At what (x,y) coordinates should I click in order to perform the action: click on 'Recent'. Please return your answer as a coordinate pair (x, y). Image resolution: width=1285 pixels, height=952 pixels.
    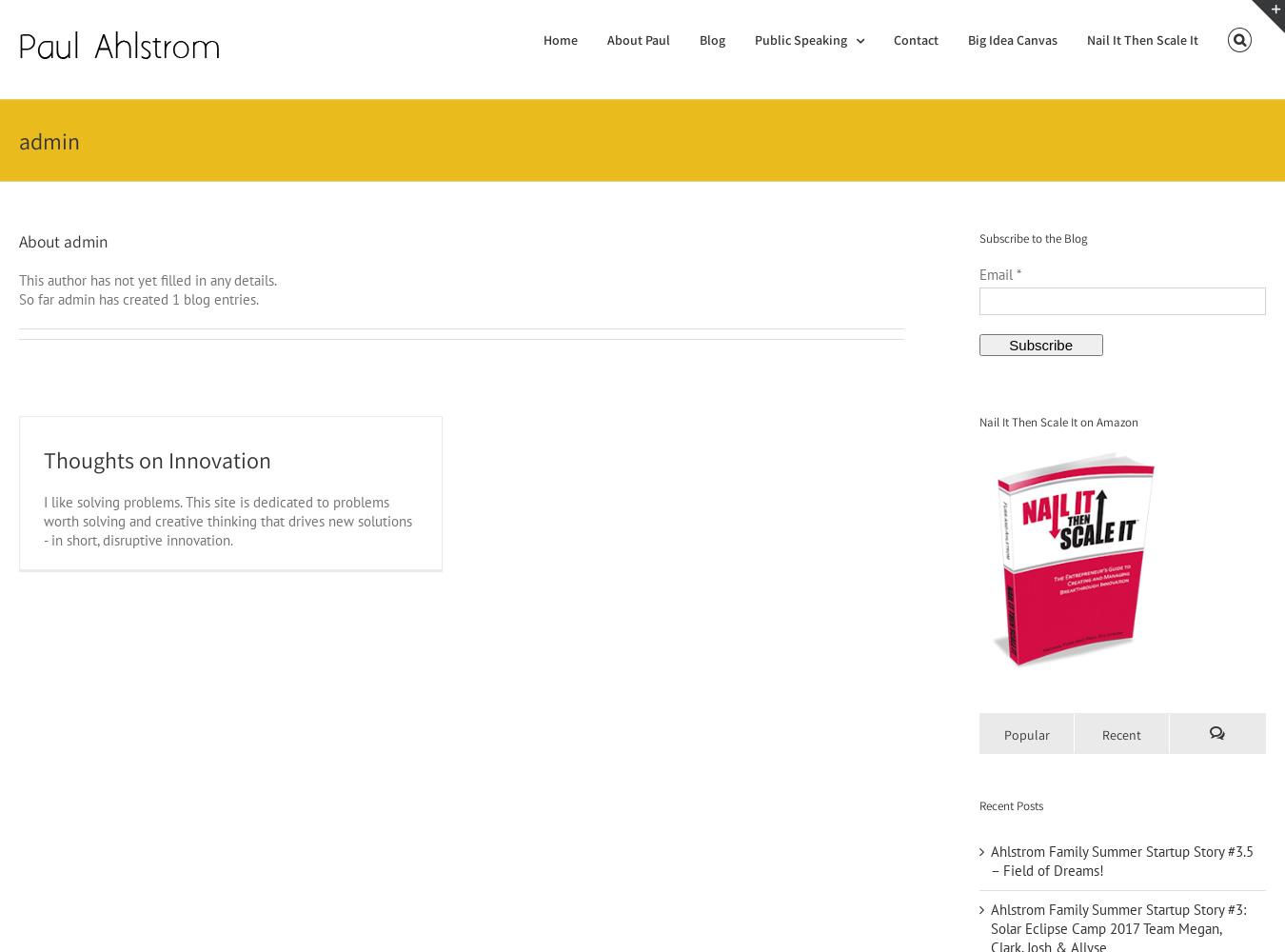
    Looking at the image, I should click on (1120, 734).